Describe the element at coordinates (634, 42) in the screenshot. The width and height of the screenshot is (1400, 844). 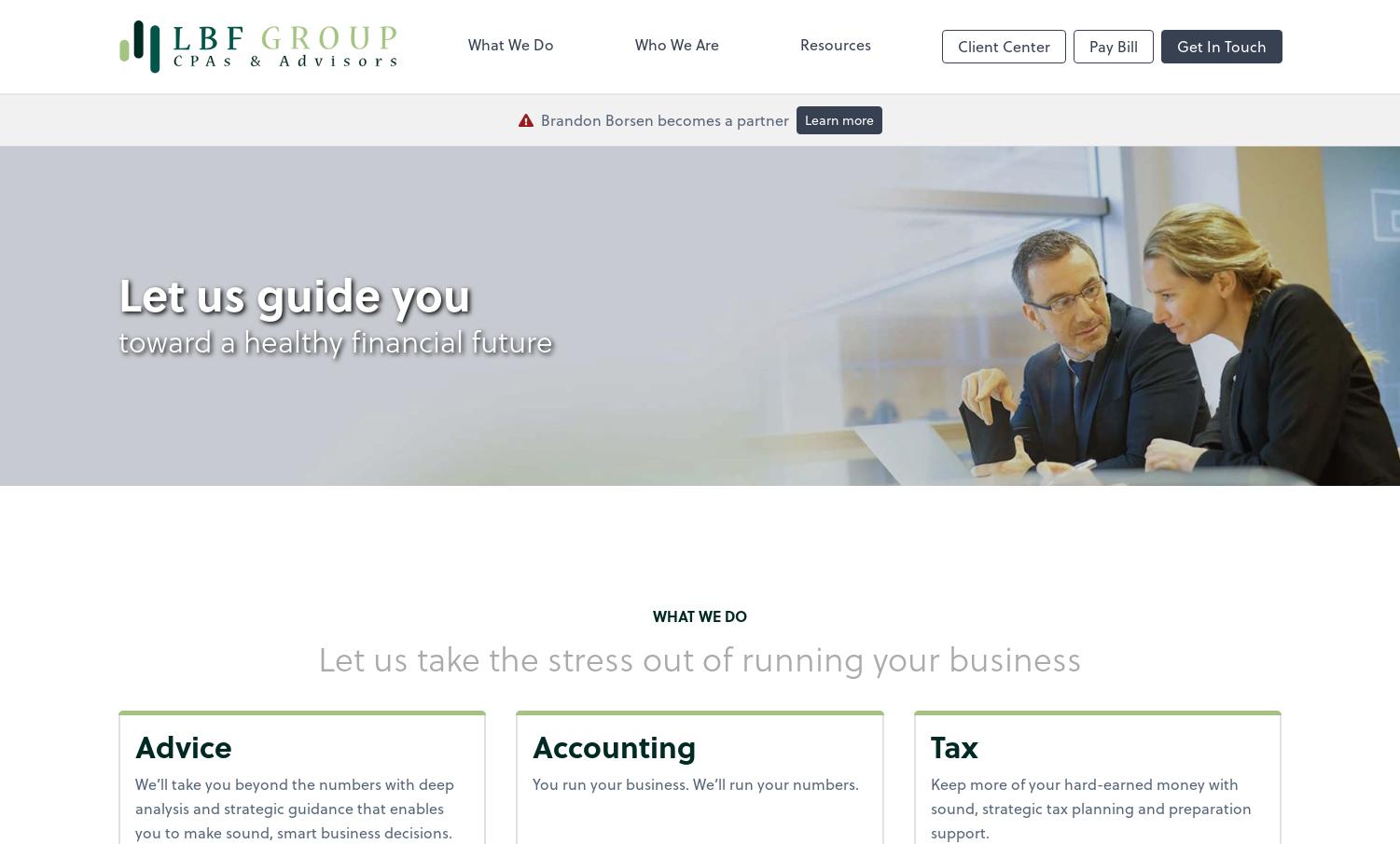
I see `'Who We Are'` at that location.